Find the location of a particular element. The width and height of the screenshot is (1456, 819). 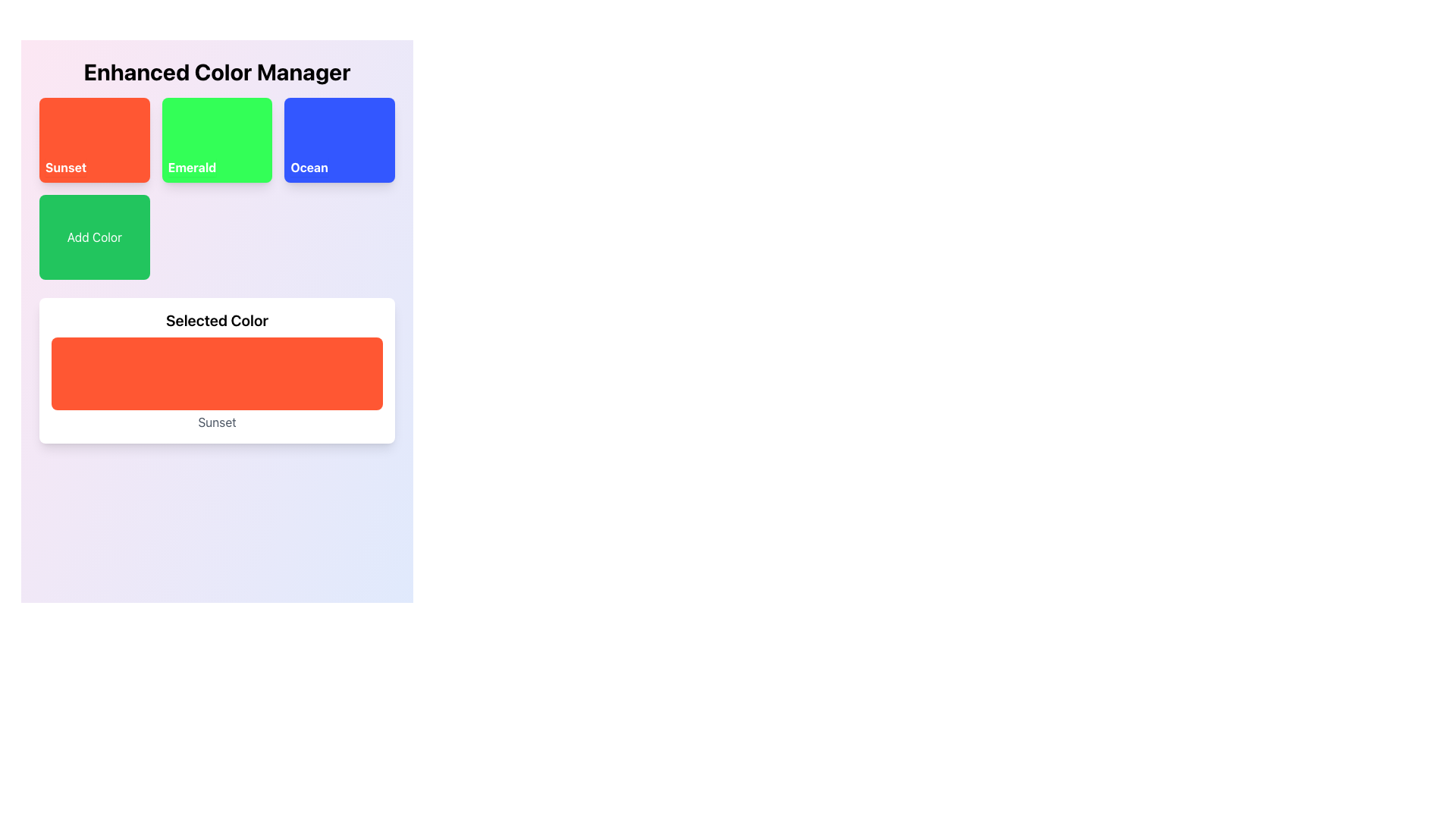

the 'Emerald' tile in the colored grid layout is located at coordinates (216, 188).